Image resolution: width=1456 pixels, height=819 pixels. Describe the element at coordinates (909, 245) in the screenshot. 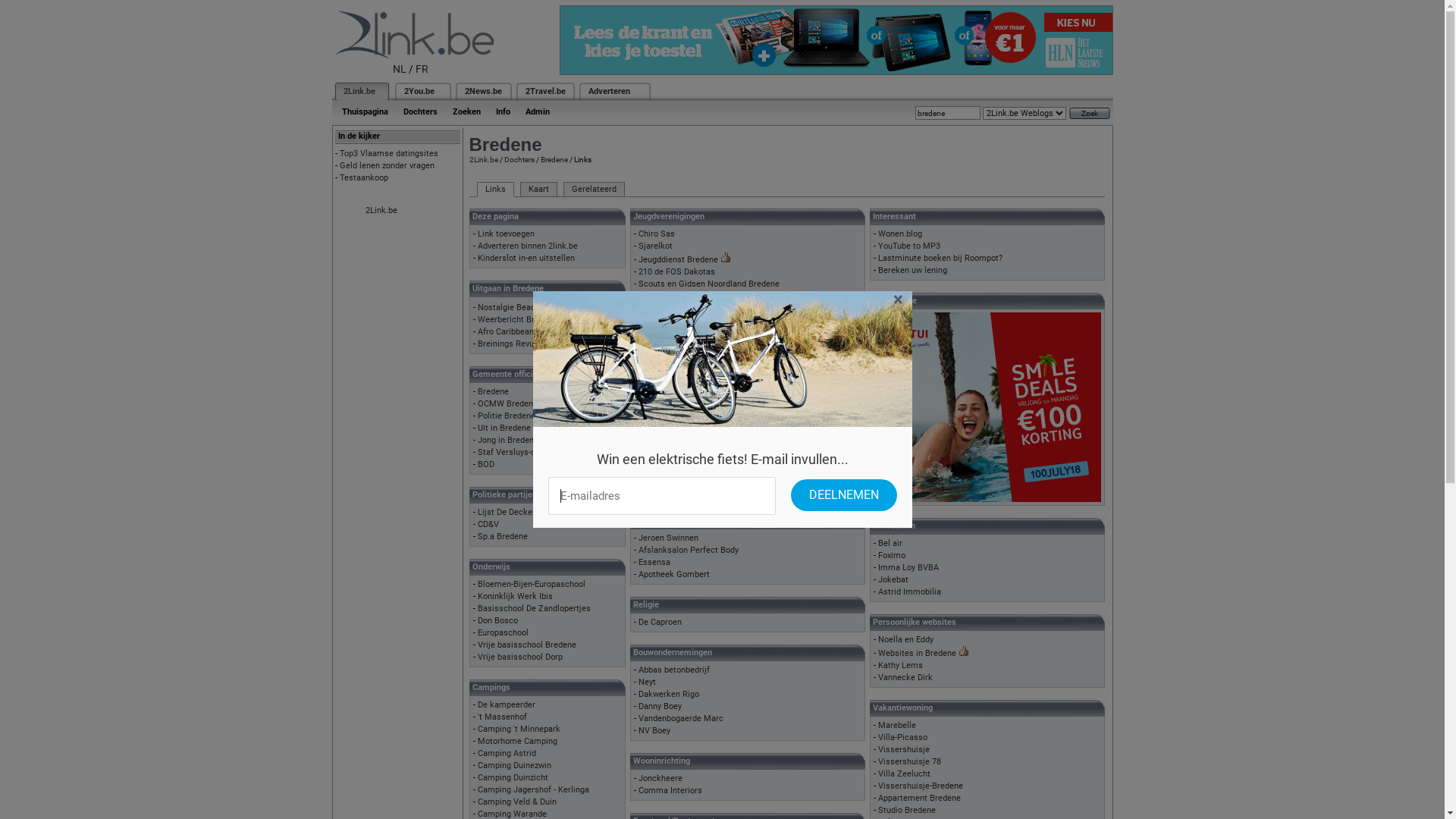

I see `'YouTube to MP3'` at that location.